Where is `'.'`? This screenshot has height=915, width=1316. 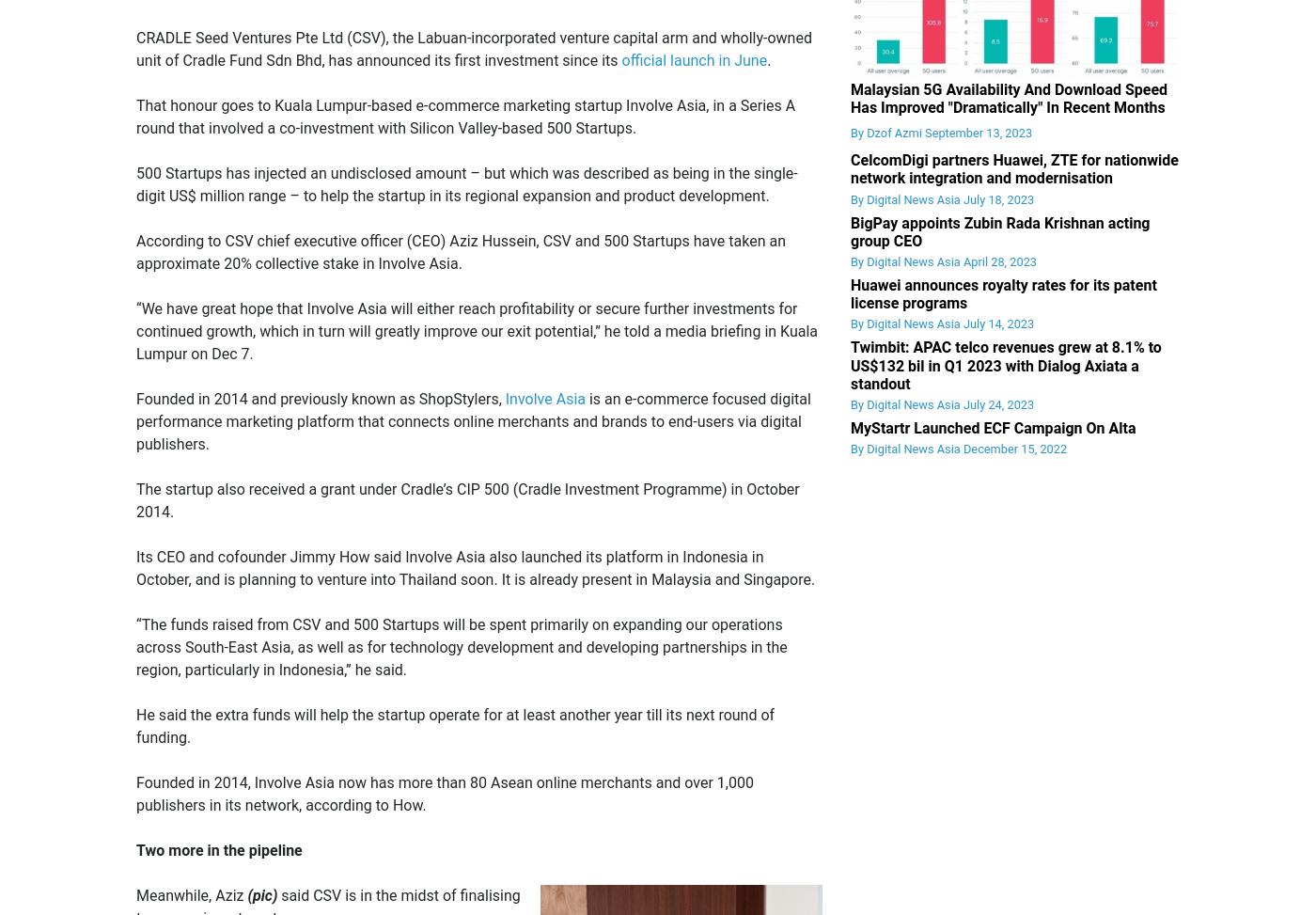
'.' is located at coordinates (769, 59).